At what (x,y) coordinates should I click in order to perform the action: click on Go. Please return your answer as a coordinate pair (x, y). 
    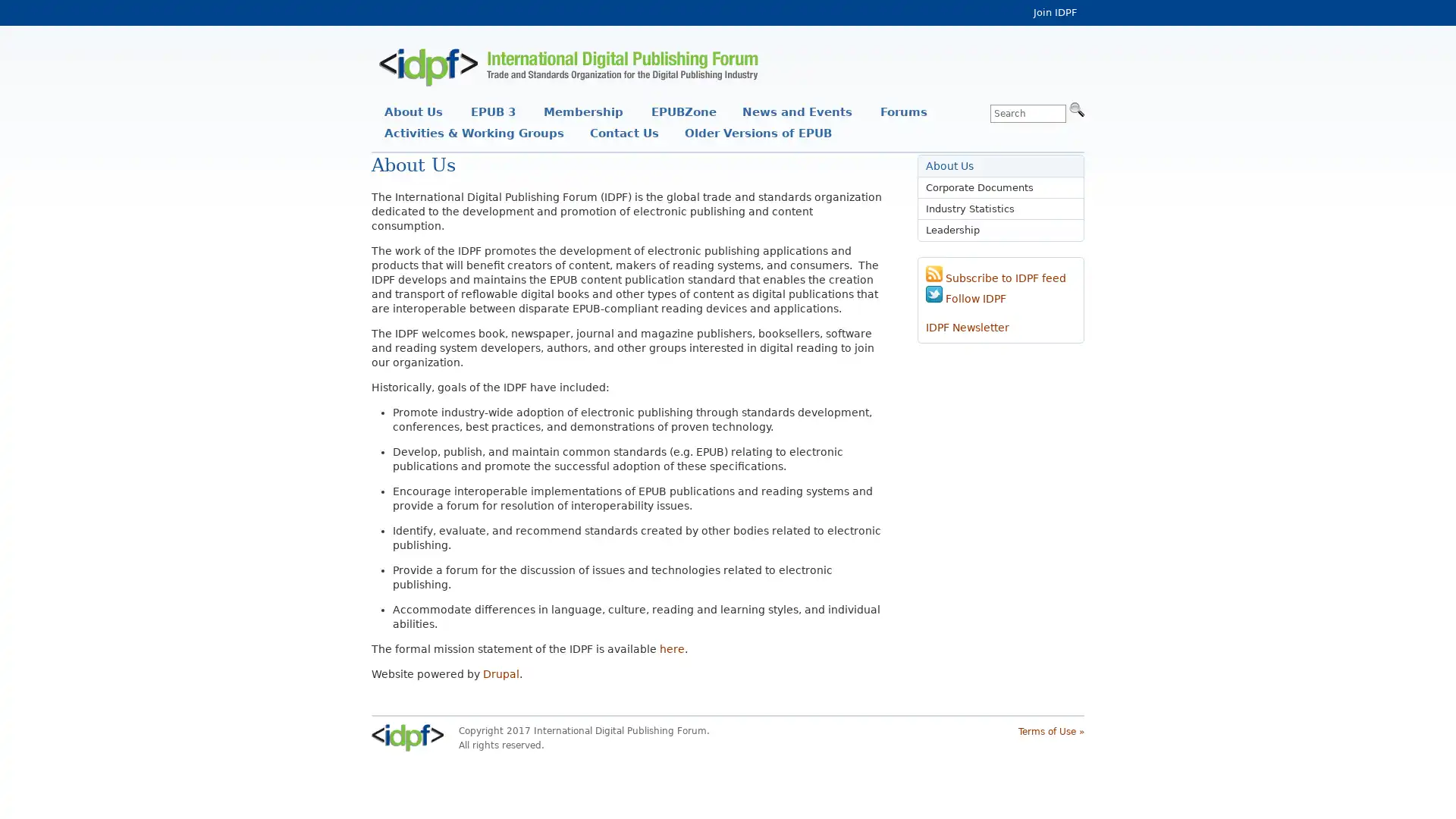
    Looking at the image, I should click on (1076, 108).